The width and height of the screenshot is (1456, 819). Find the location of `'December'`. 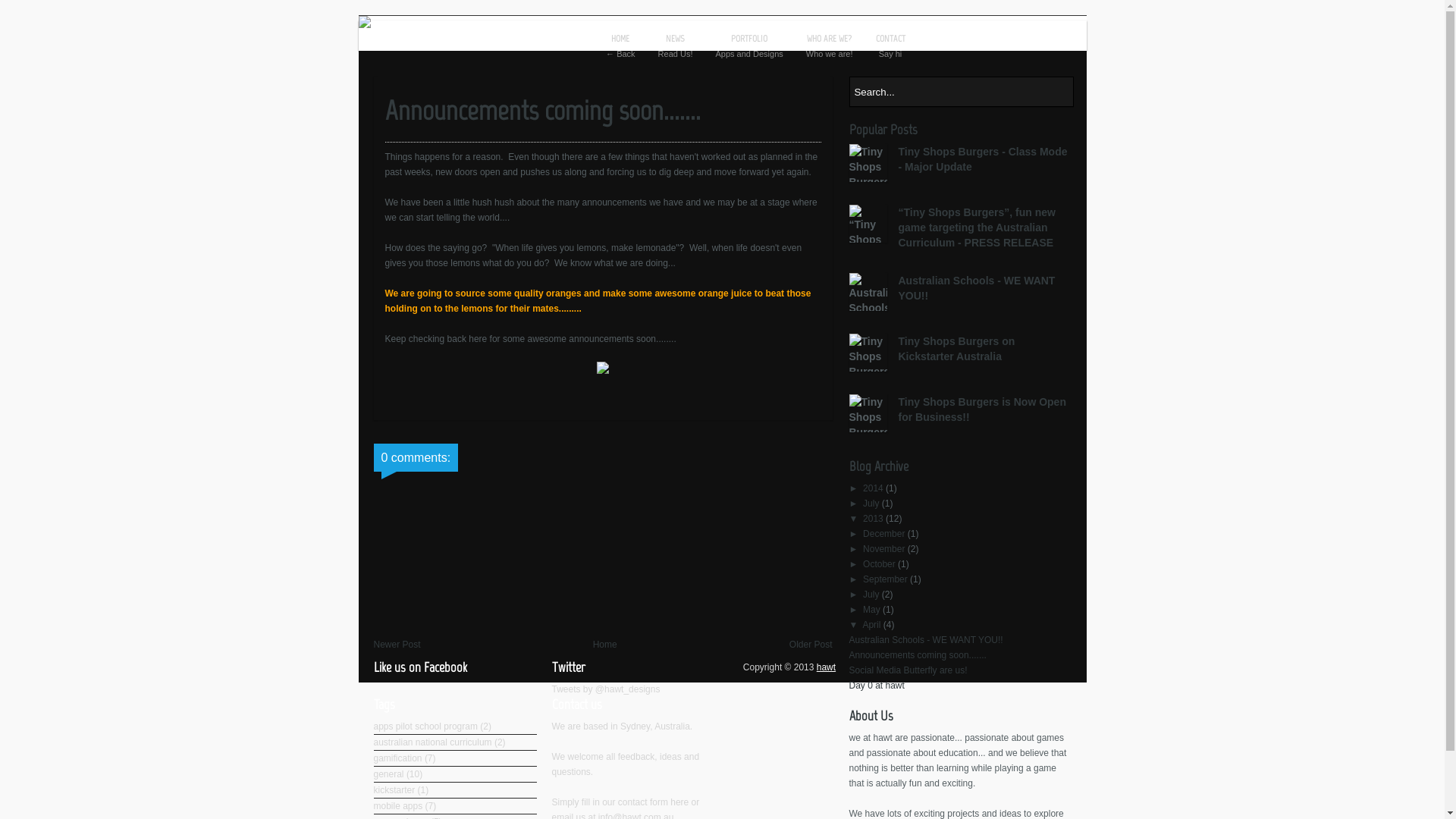

'December' is located at coordinates (885, 533).